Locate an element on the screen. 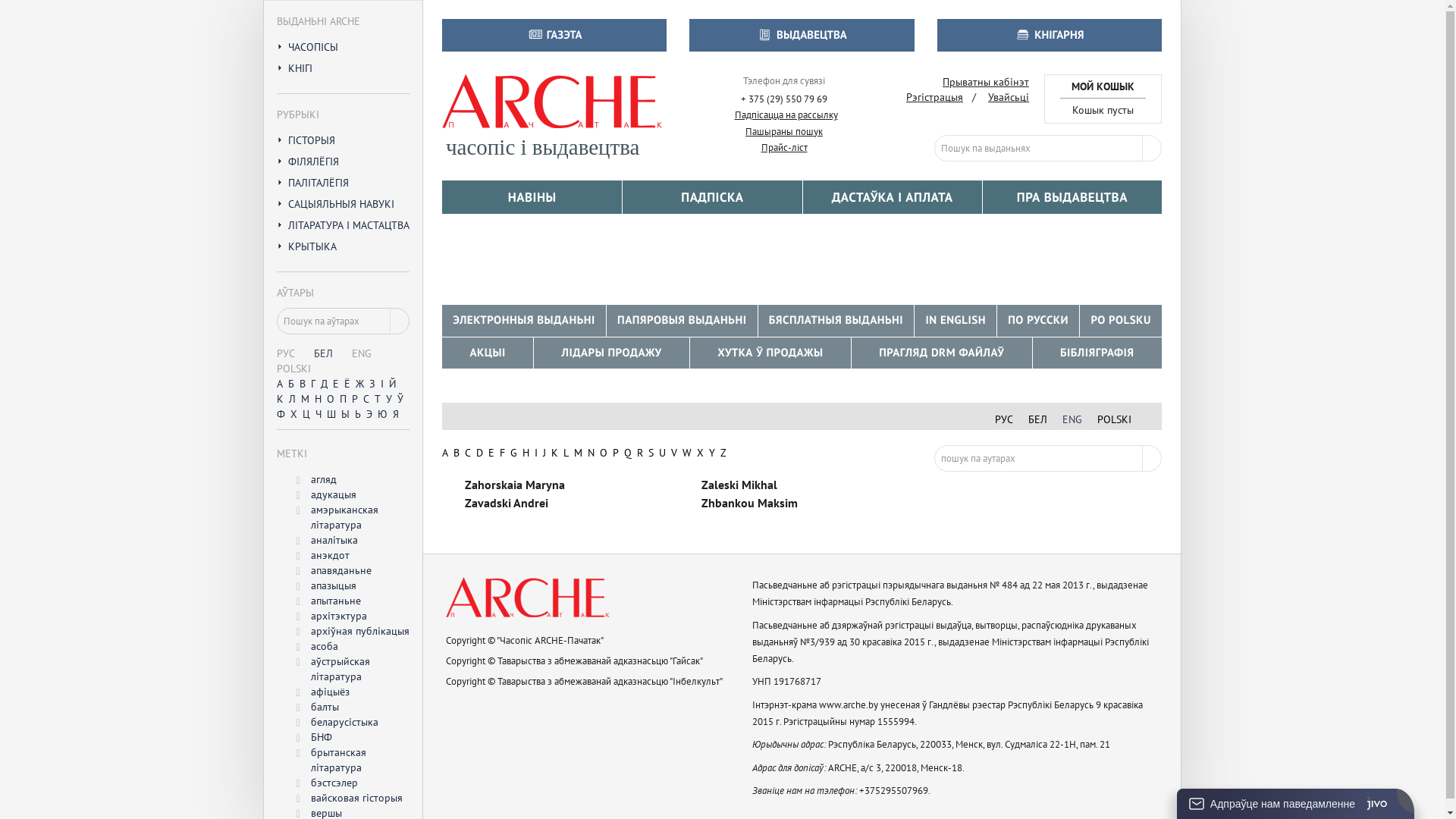 Image resolution: width=1456 pixels, height=819 pixels. 'Q' is located at coordinates (628, 452).